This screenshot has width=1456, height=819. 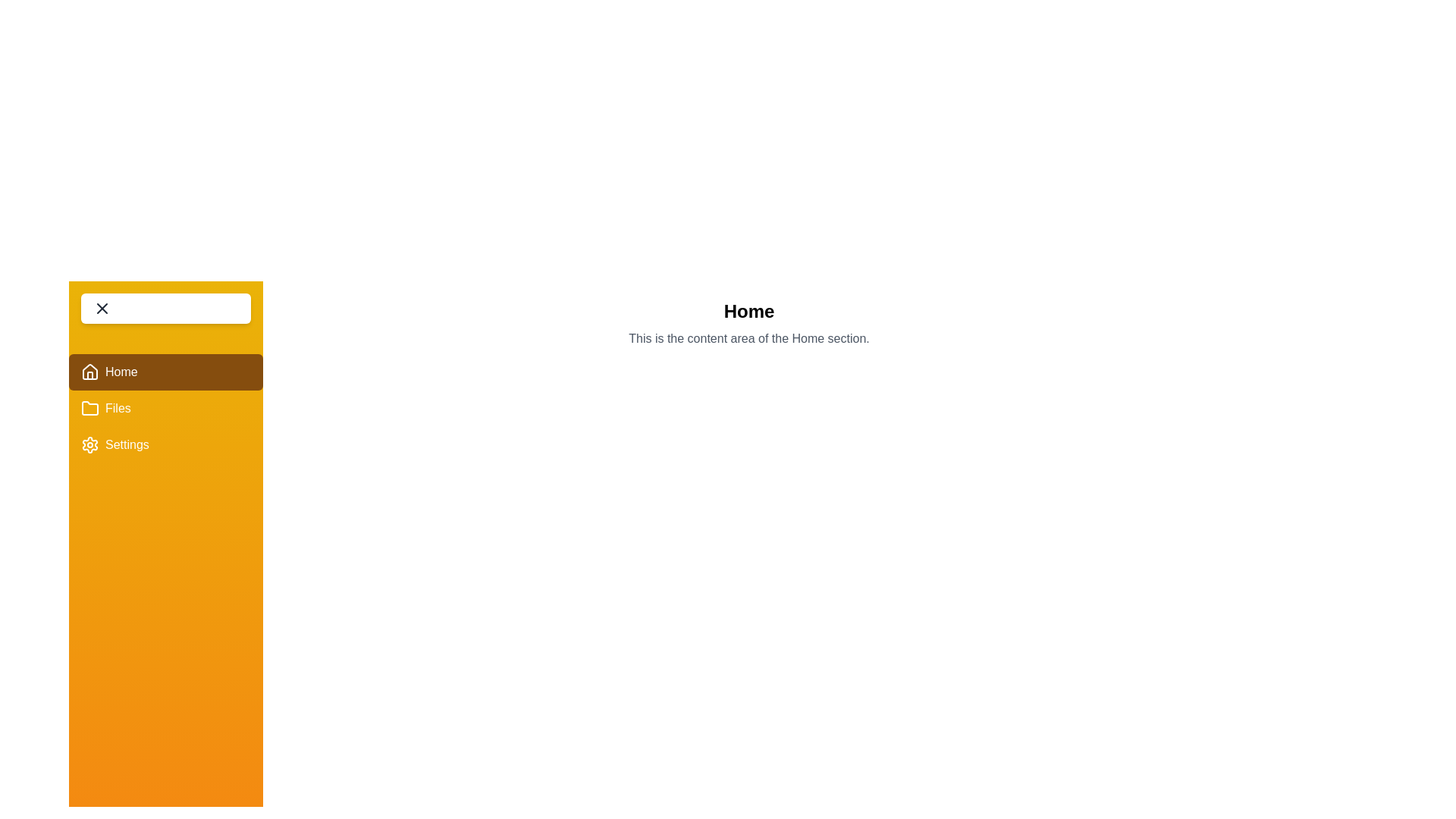 I want to click on toggle button in the drawer to change its state, so click(x=166, y=308).